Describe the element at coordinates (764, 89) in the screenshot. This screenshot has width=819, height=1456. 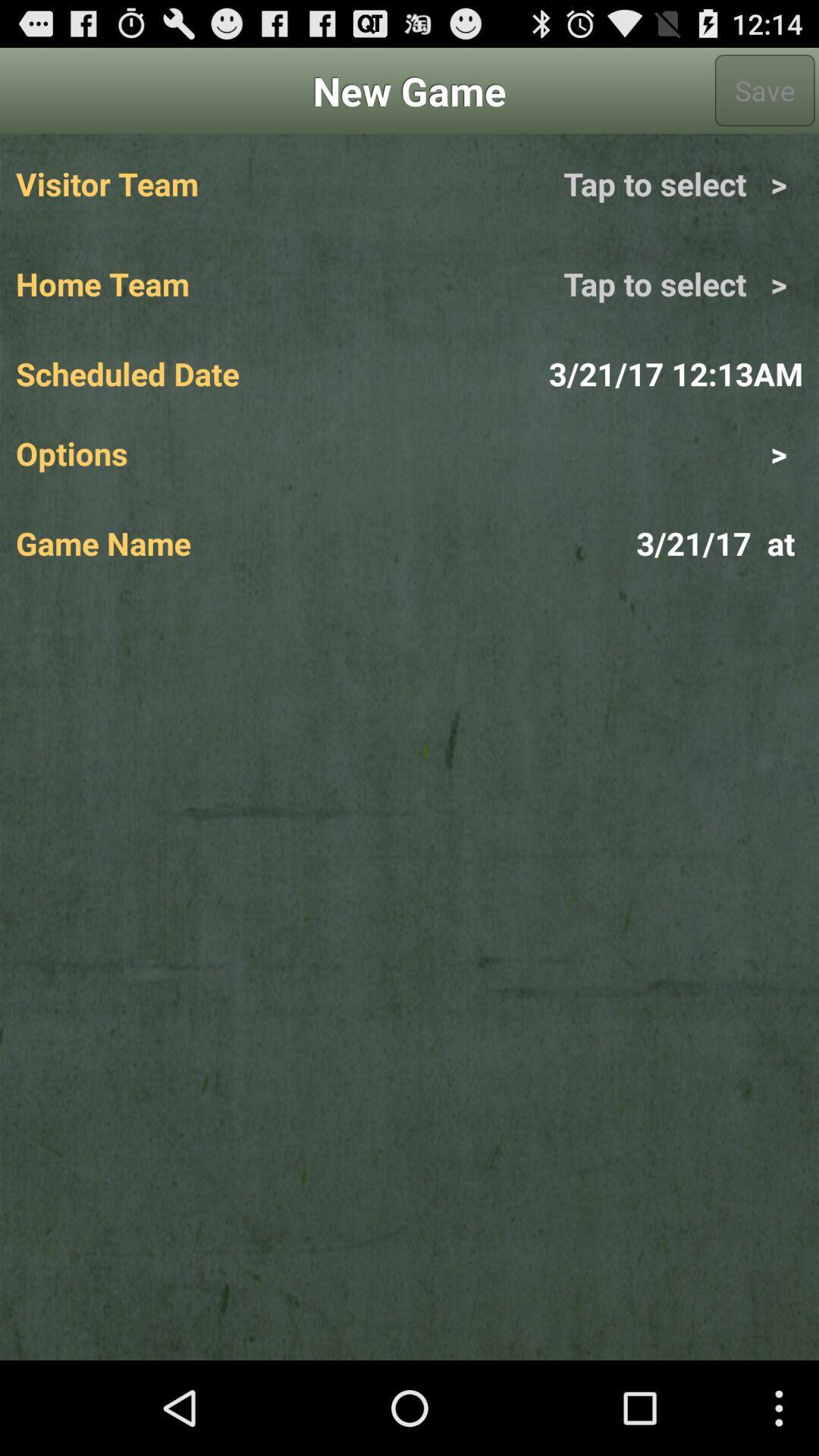
I see `the save` at that location.